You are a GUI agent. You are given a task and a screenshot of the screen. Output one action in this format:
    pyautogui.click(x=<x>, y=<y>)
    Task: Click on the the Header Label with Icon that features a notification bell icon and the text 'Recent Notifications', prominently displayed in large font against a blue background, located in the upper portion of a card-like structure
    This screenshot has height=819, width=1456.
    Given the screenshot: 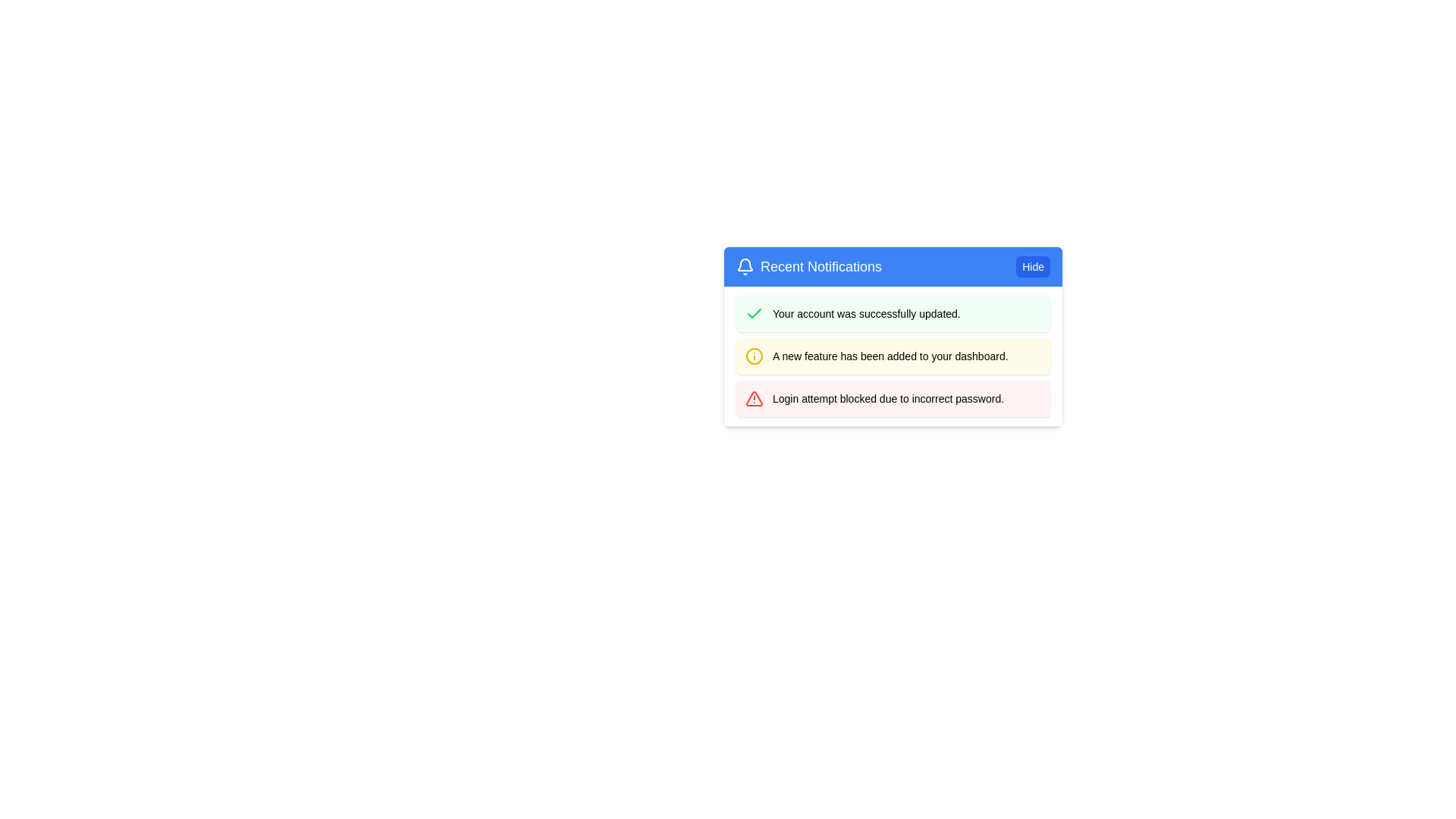 What is the action you would take?
    pyautogui.click(x=808, y=265)
    